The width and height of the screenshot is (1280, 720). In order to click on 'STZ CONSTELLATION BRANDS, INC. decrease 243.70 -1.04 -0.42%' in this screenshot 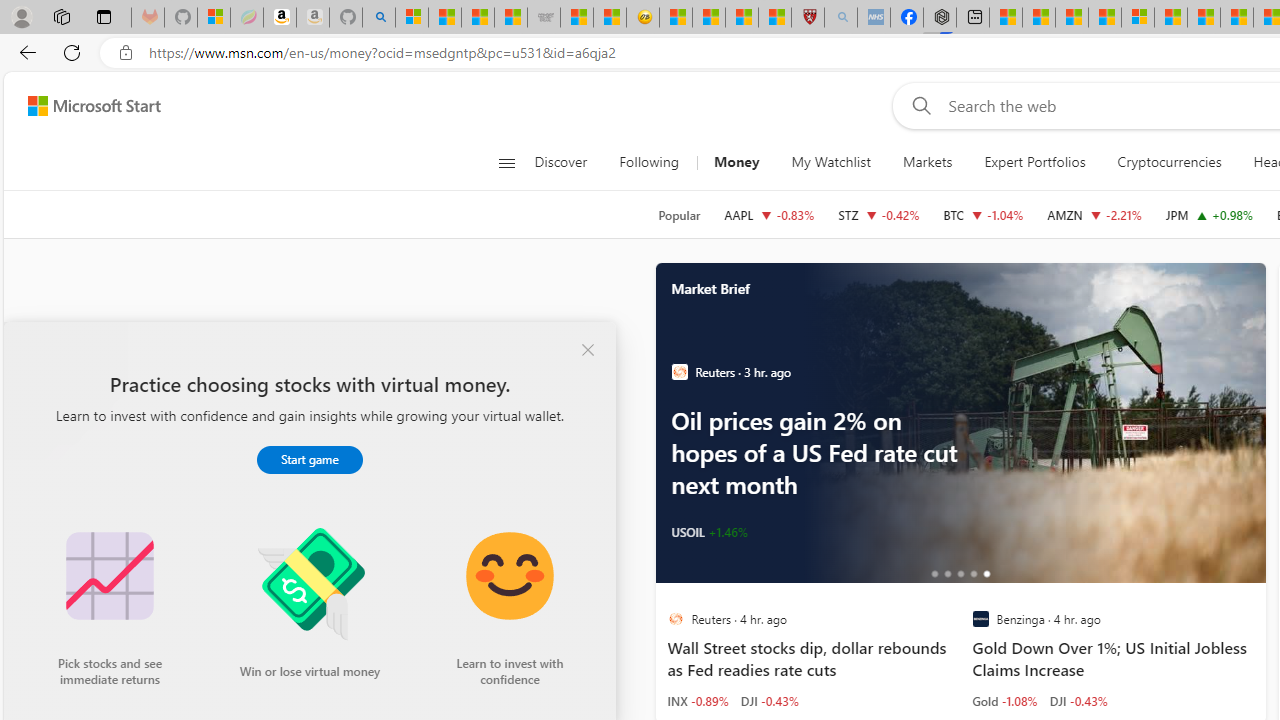, I will do `click(878, 214)`.